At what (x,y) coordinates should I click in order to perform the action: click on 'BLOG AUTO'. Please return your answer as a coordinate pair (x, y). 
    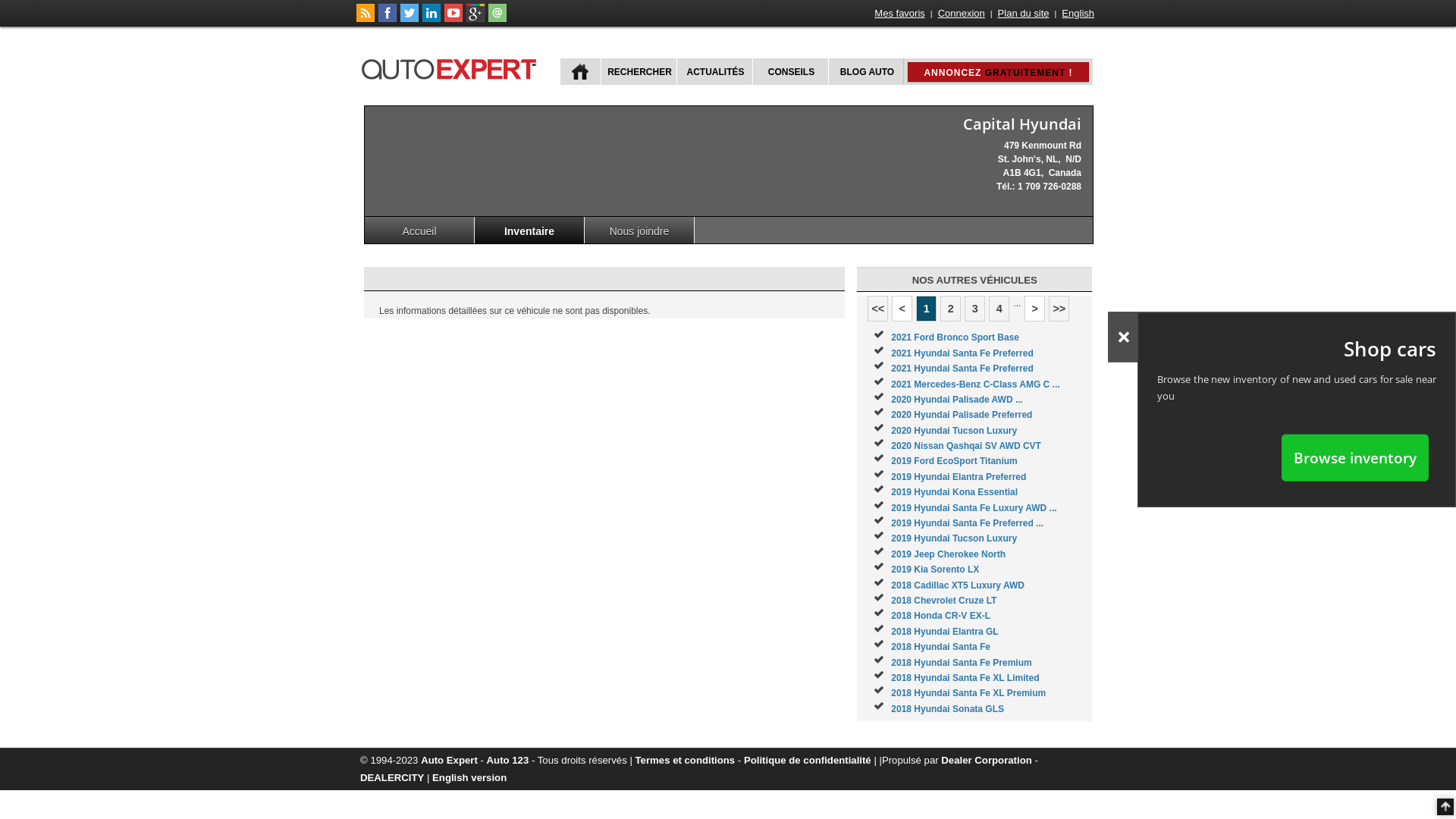
    Looking at the image, I should click on (866, 71).